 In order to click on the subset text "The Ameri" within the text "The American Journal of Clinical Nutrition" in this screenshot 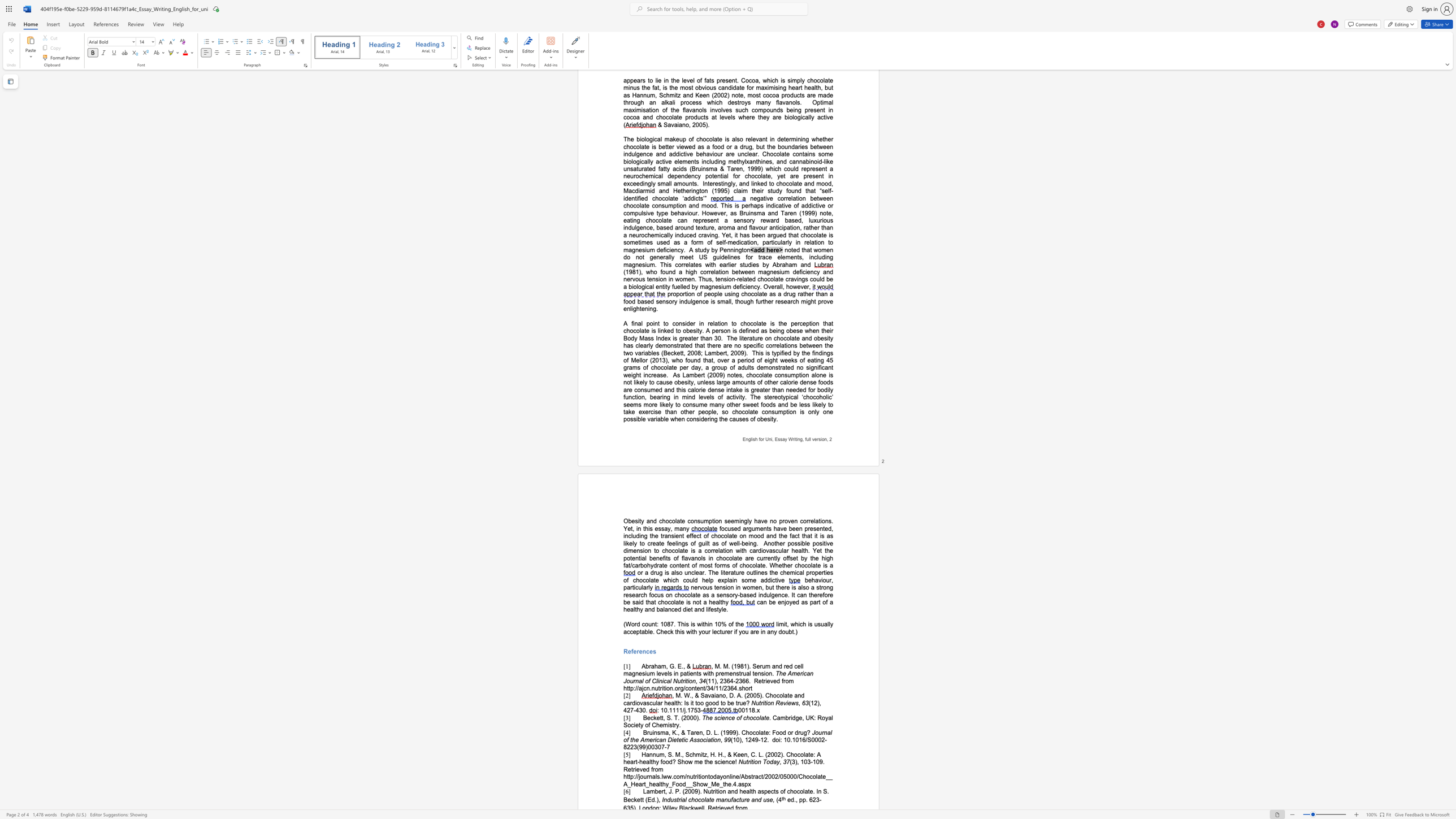, I will do `click(775, 673)`.